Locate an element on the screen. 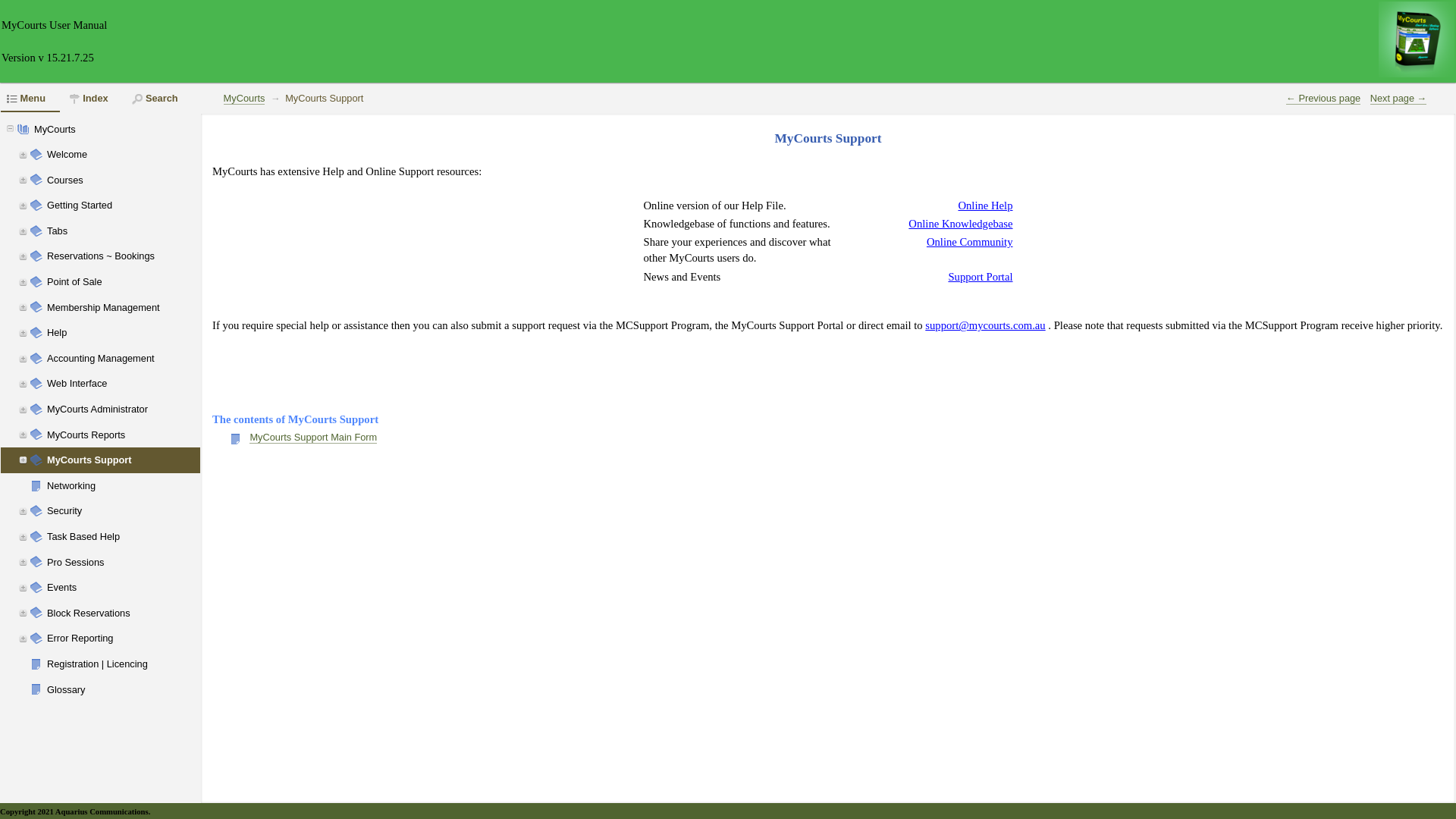 The width and height of the screenshot is (1456, 819). 'Membership Management' is located at coordinates (143, 307).